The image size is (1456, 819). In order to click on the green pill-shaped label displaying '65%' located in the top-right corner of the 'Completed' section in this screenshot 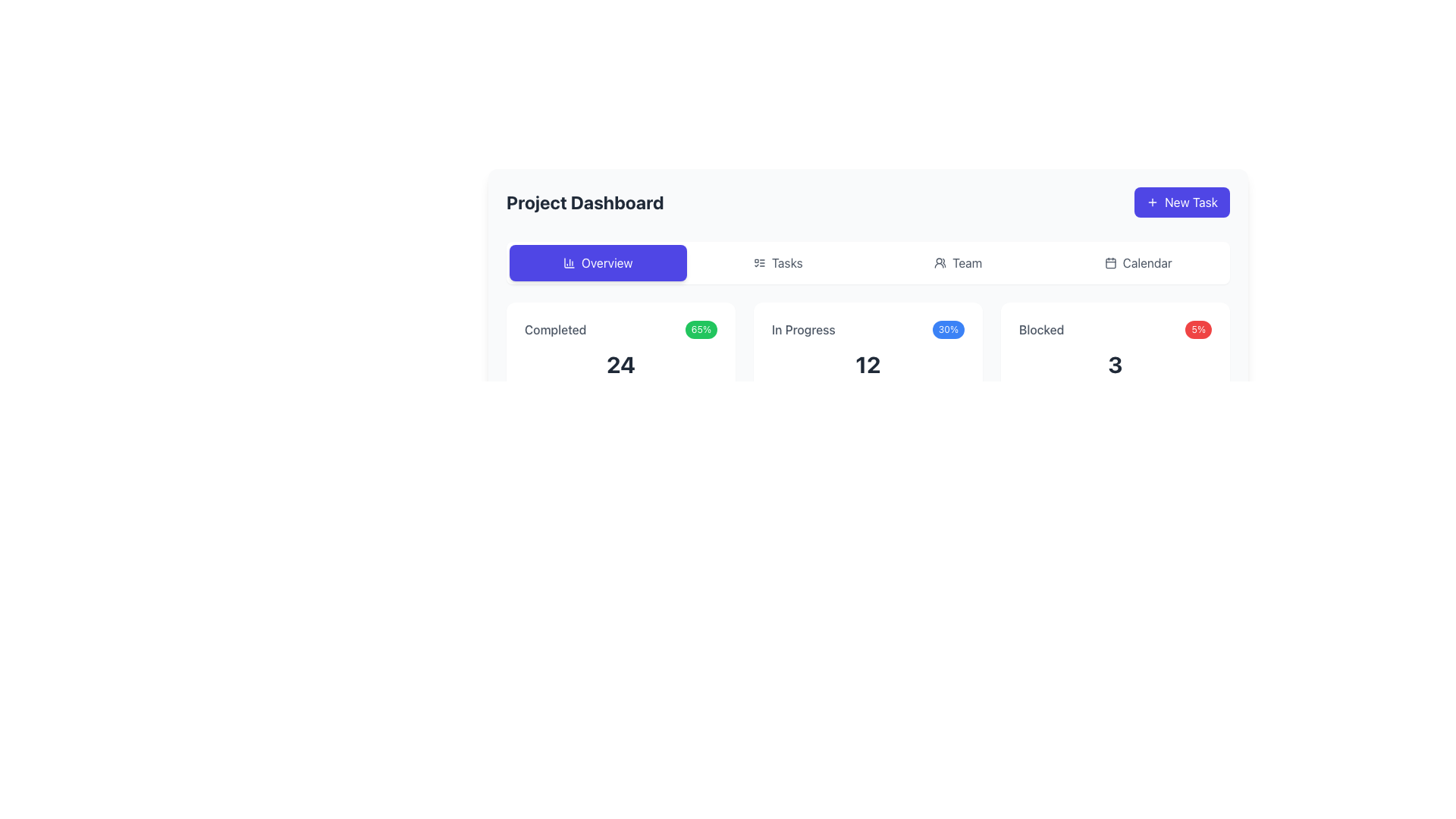, I will do `click(700, 329)`.